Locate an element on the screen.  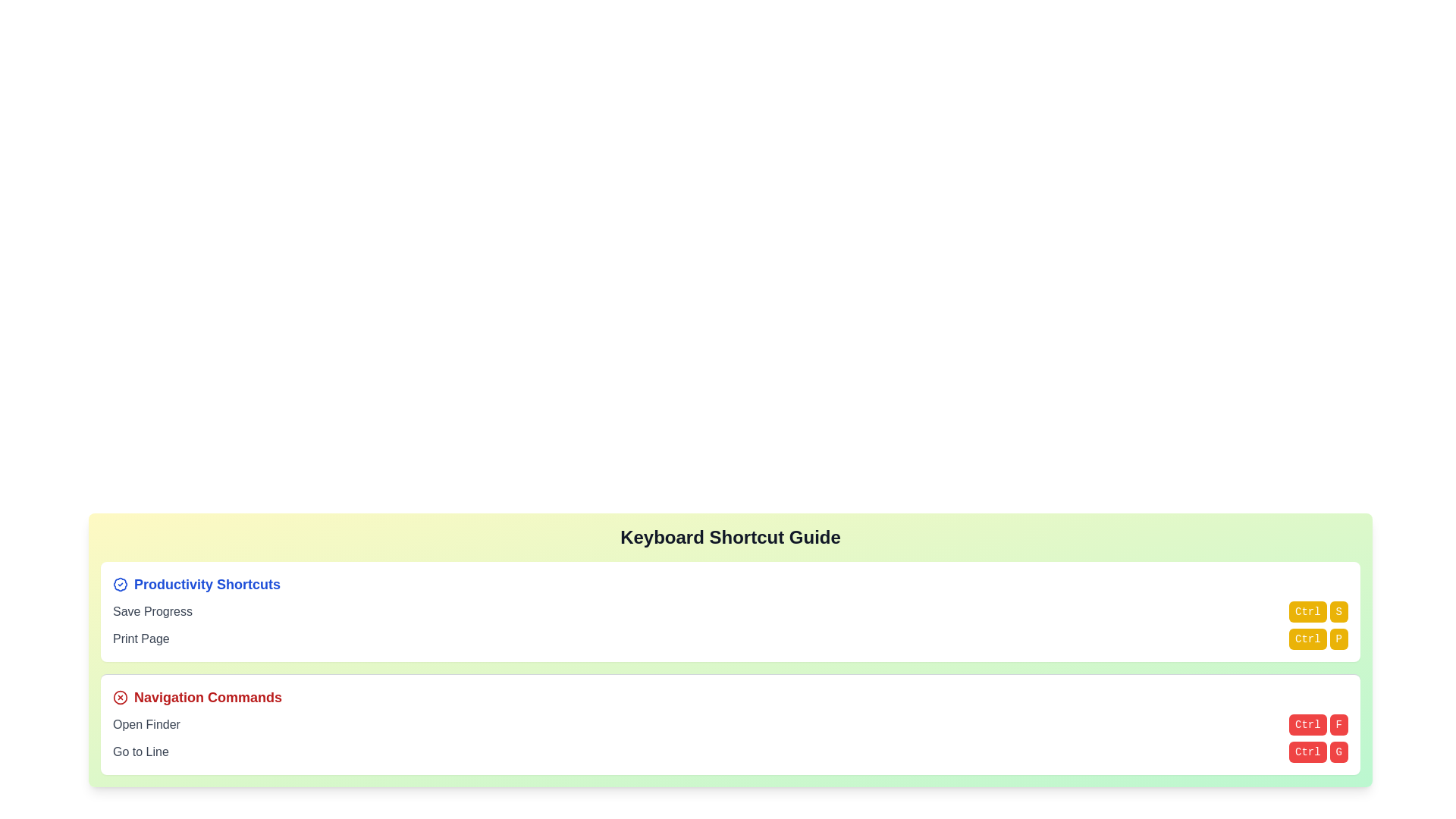
the small square button with a vibrant red background and white 'F' text, located in the bottom-right corner of the second group of shortcuts under the 'Navigation Commands' heading is located at coordinates (1338, 724).